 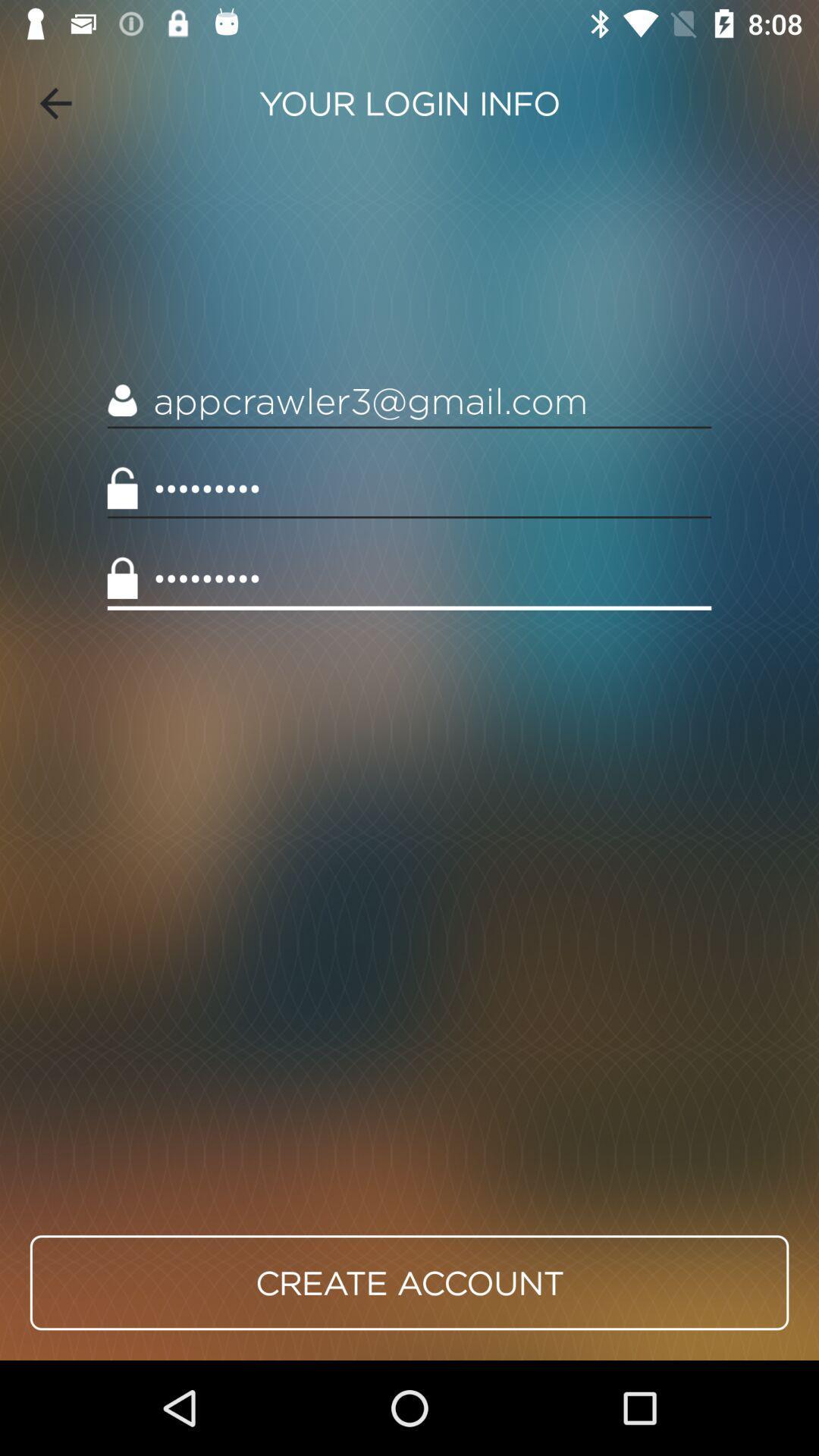 What do you see at coordinates (55, 102) in the screenshot?
I see `the app to the left of the your login info icon` at bounding box center [55, 102].